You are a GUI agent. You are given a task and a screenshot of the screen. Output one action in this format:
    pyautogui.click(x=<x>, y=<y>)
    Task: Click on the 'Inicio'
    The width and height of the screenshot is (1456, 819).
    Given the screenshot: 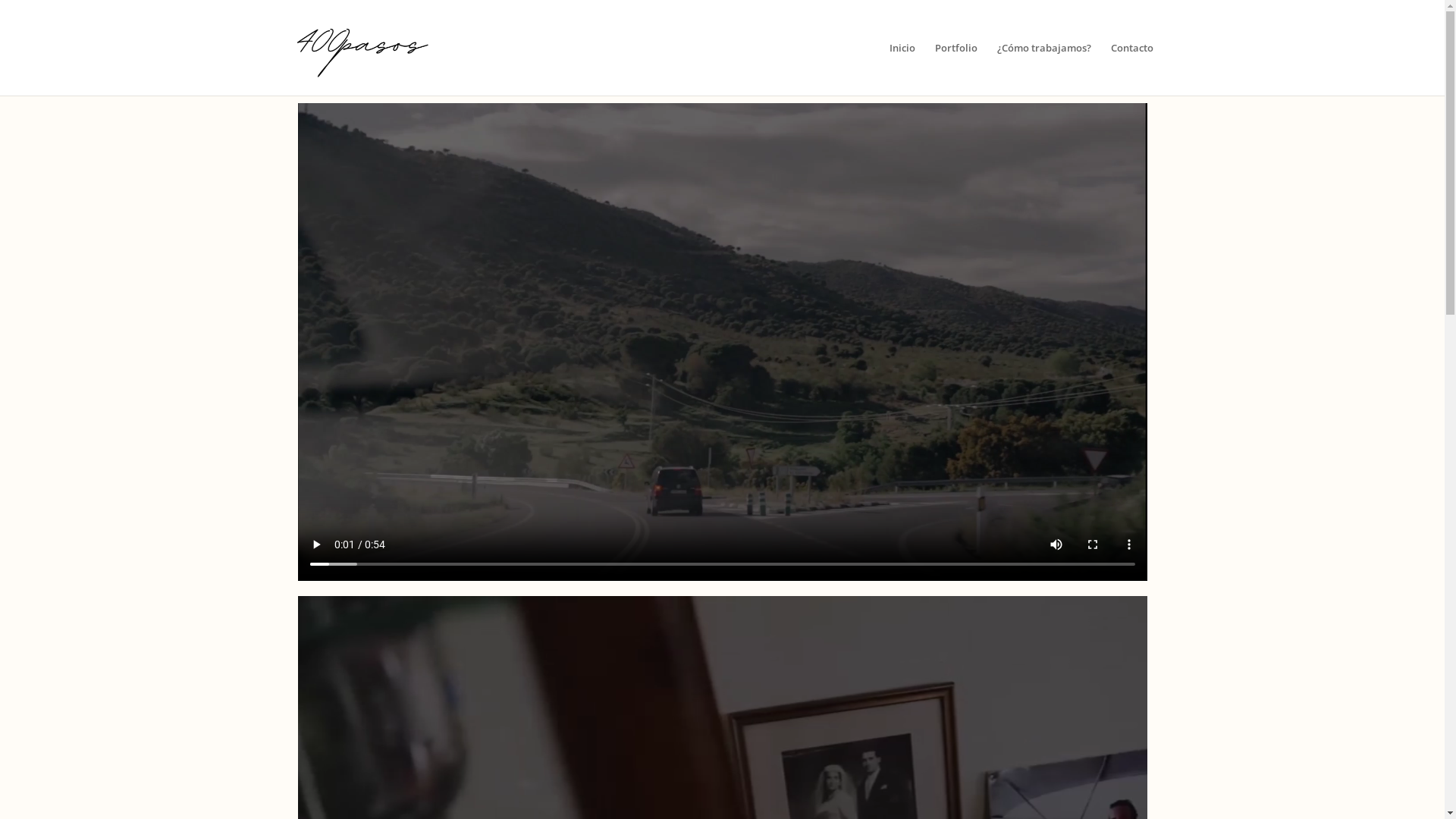 What is the action you would take?
    pyautogui.click(x=902, y=69)
    